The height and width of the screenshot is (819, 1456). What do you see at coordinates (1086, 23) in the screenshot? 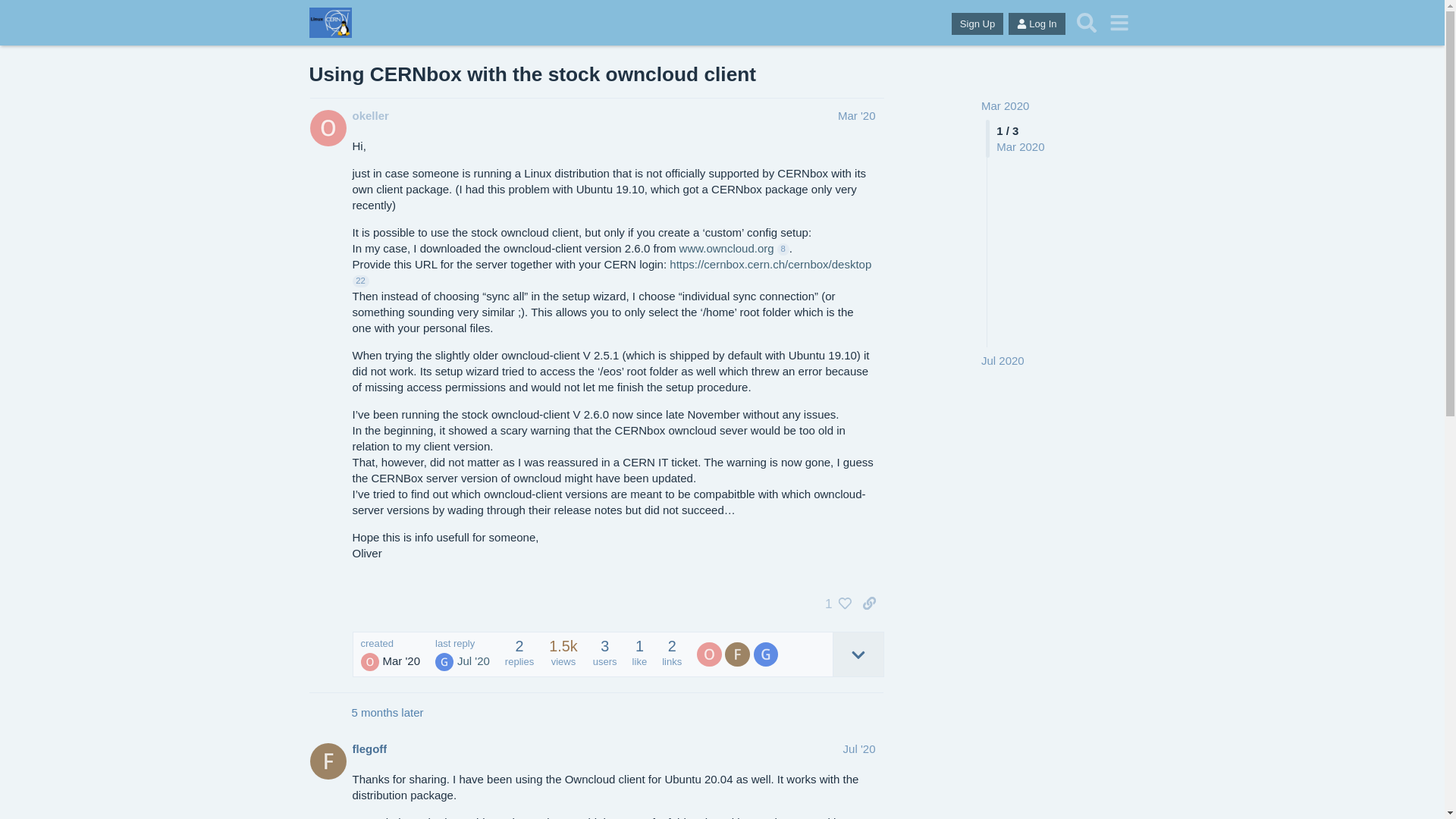
I see `'Search'` at bounding box center [1086, 23].